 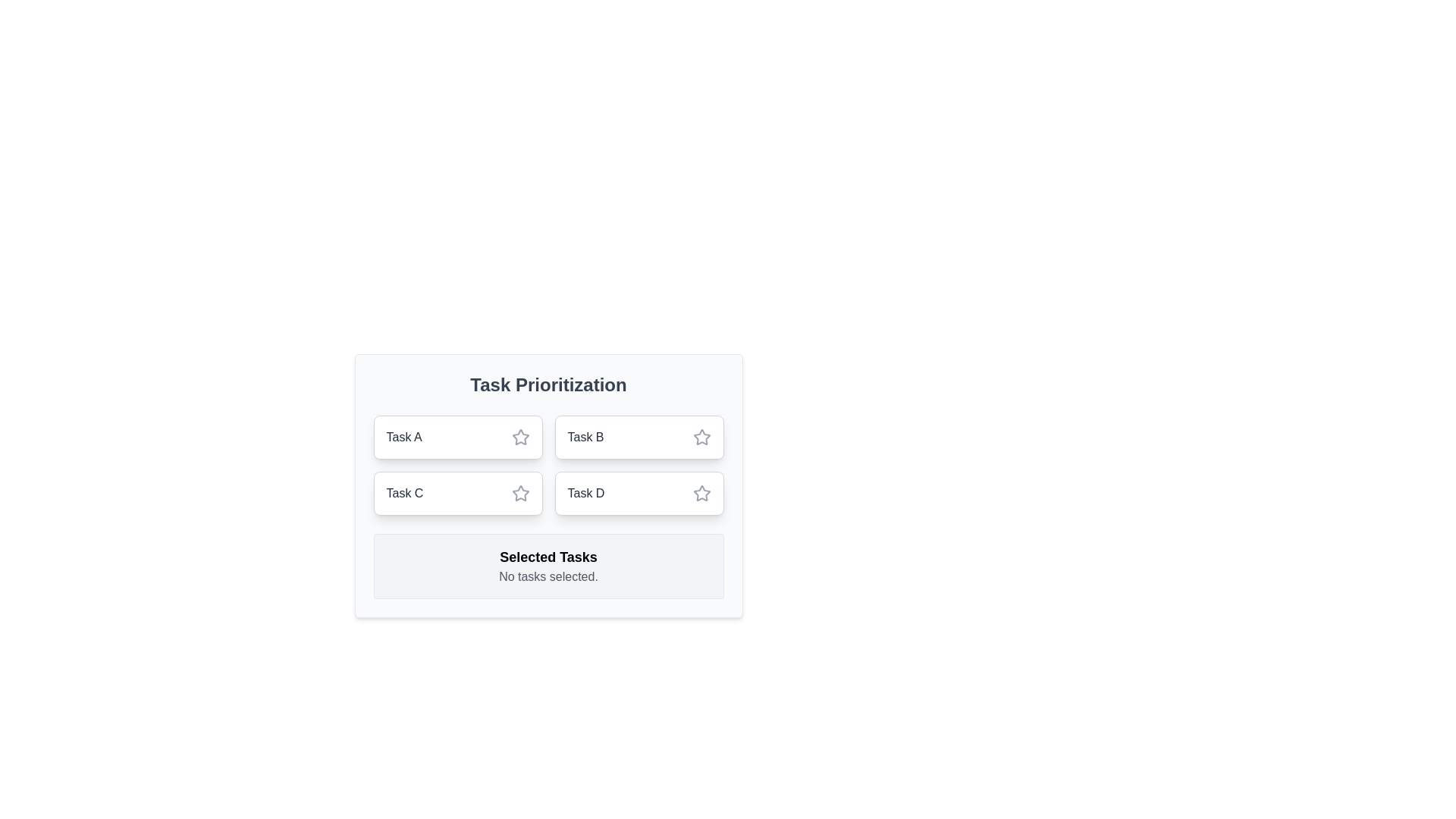 I want to click on the icon of the task chip for the task Task B, so click(x=701, y=438).